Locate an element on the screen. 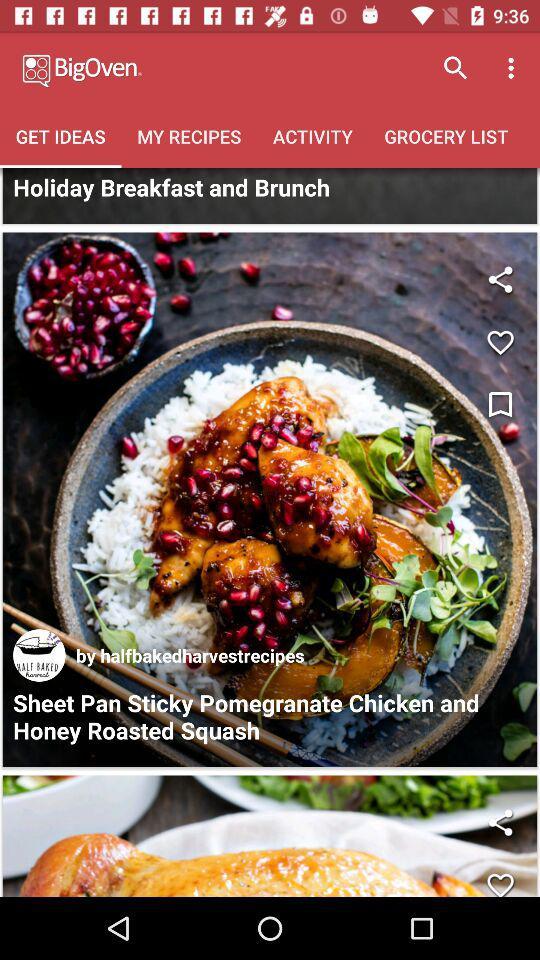 This screenshot has width=540, height=960. the item above grocery list is located at coordinates (513, 68).